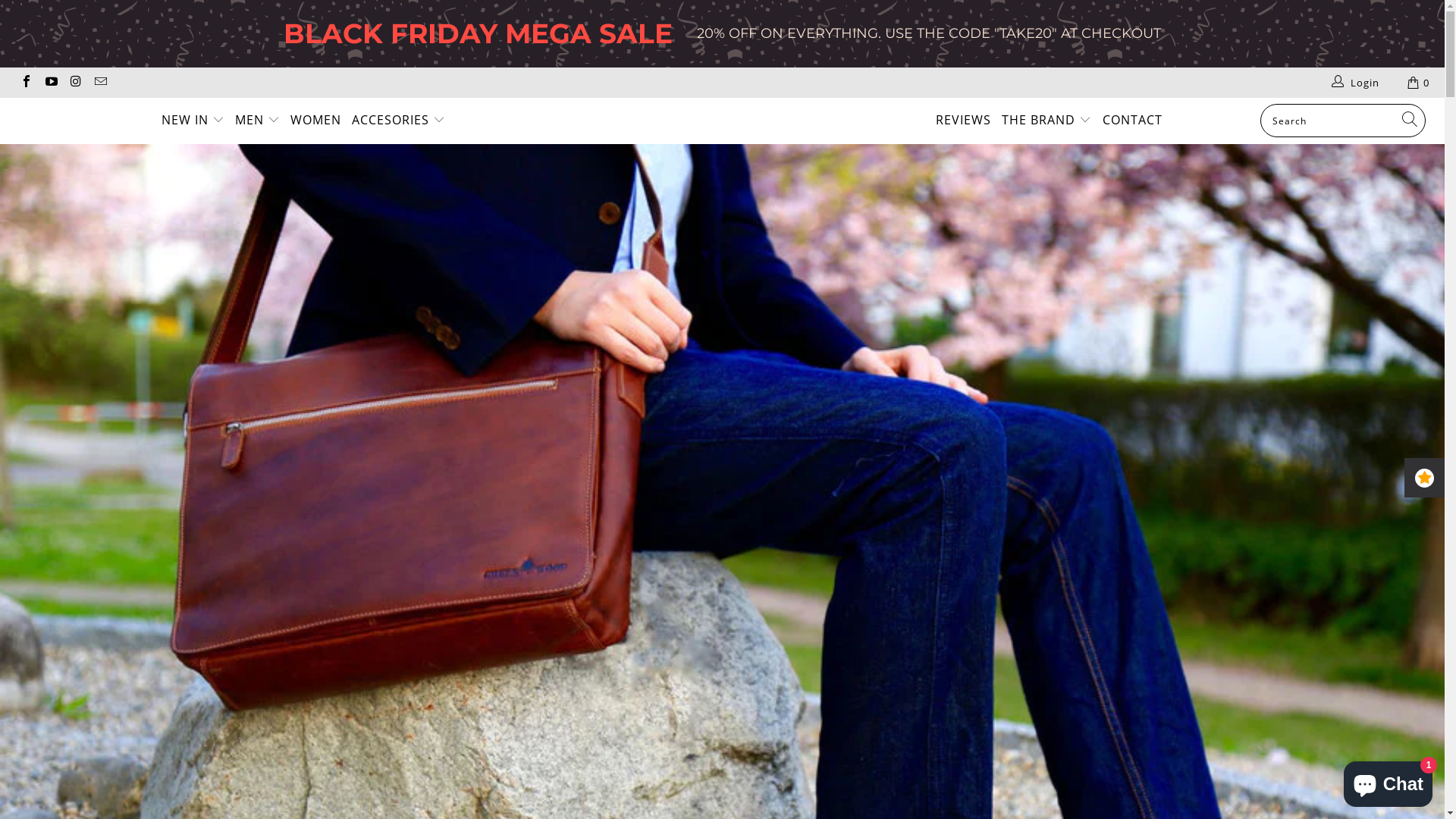 This screenshot has width=1456, height=819. What do you see at coordinates (315, 120) in the screenshot?
I see `'WOMEN'` at bounding box center [315, 120].